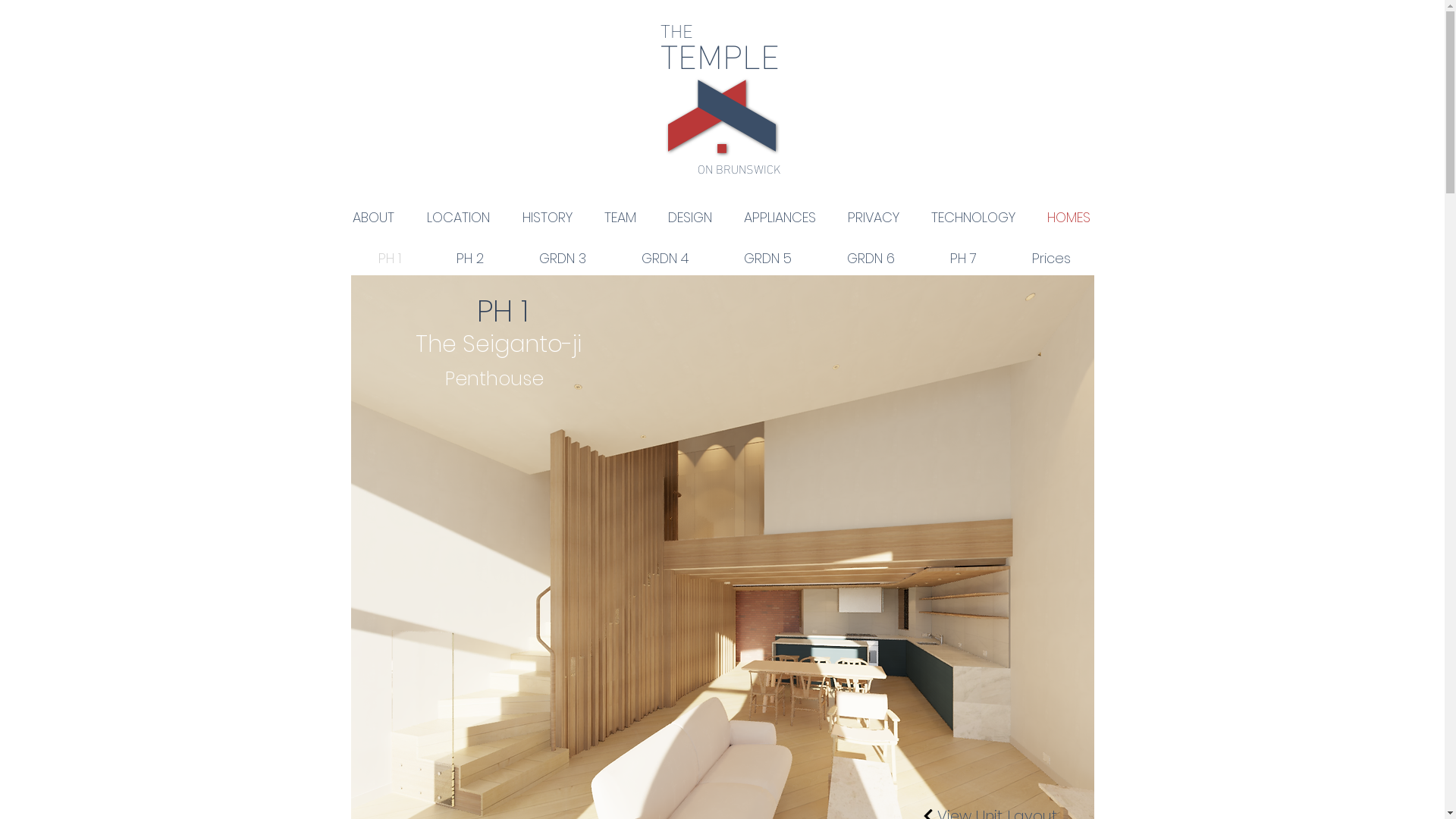  I want to click on 'TEAM', so click(620, 217).